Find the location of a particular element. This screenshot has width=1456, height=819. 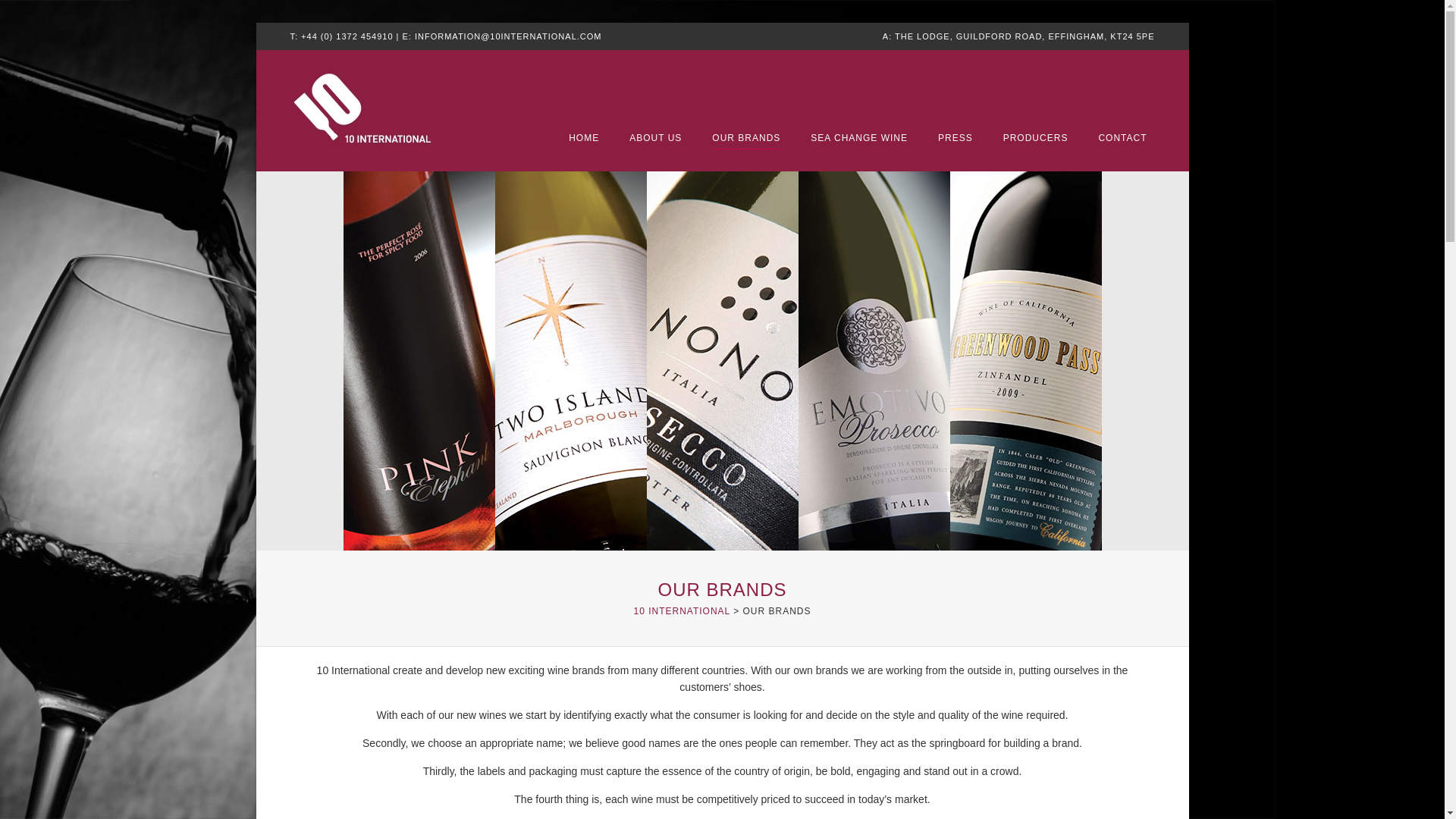

'SEA CHANGE WINE' is located at coordinates (858, 138).